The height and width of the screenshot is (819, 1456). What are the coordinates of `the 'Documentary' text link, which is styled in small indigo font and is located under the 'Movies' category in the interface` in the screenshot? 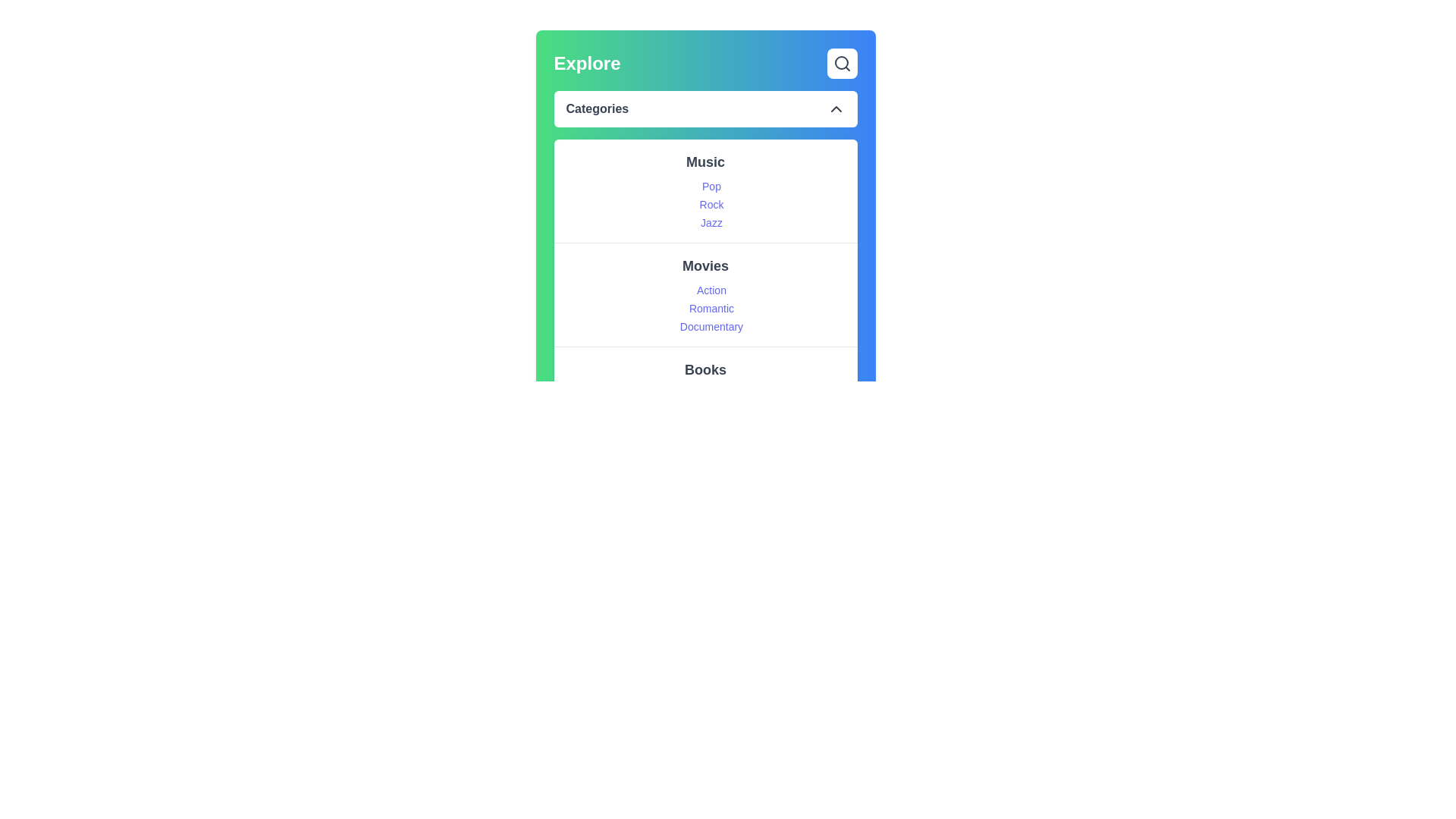 It's located at (711, 326).